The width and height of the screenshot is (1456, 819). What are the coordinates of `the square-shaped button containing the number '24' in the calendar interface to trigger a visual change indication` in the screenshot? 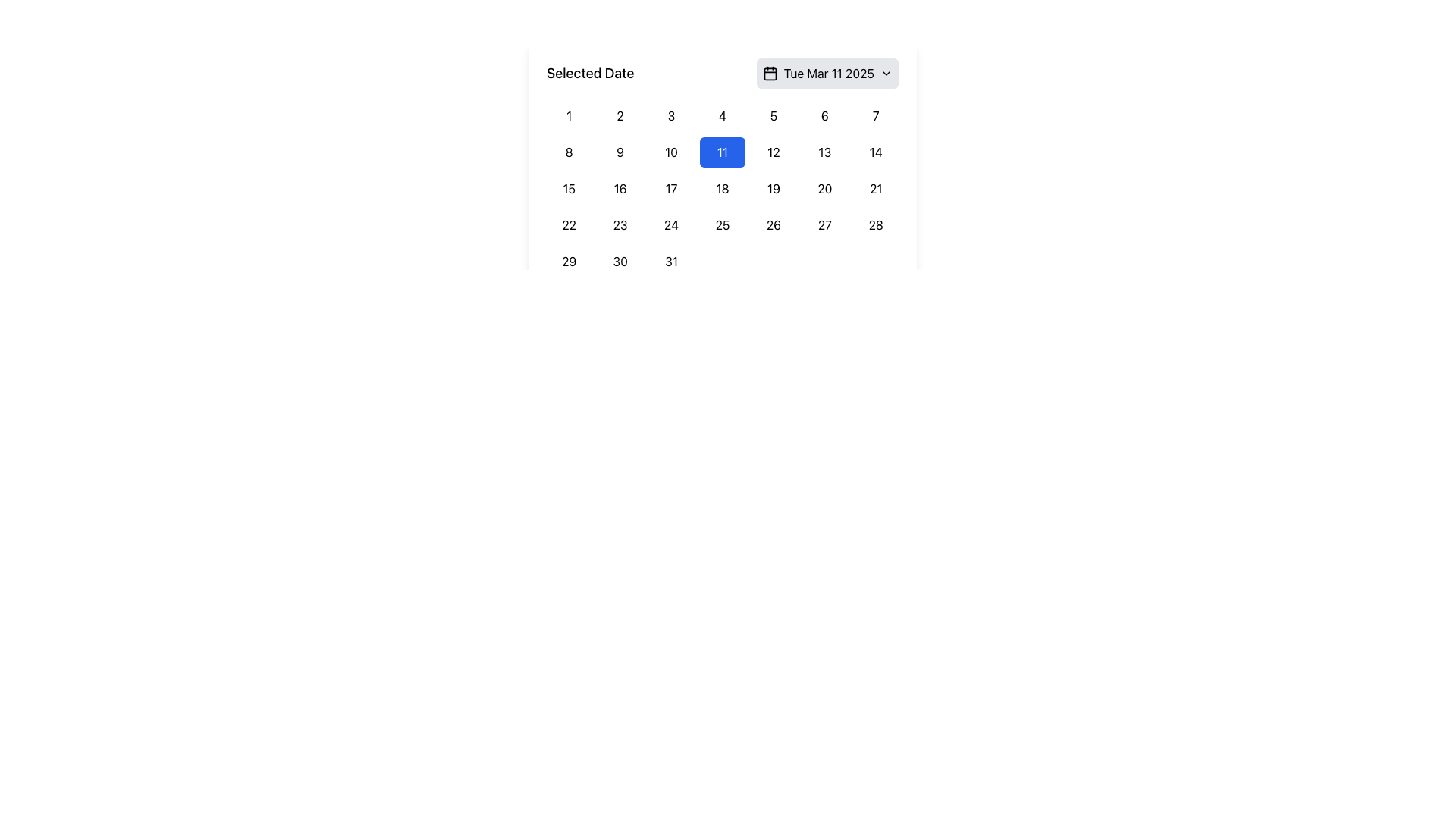 It's located at (670, 225).